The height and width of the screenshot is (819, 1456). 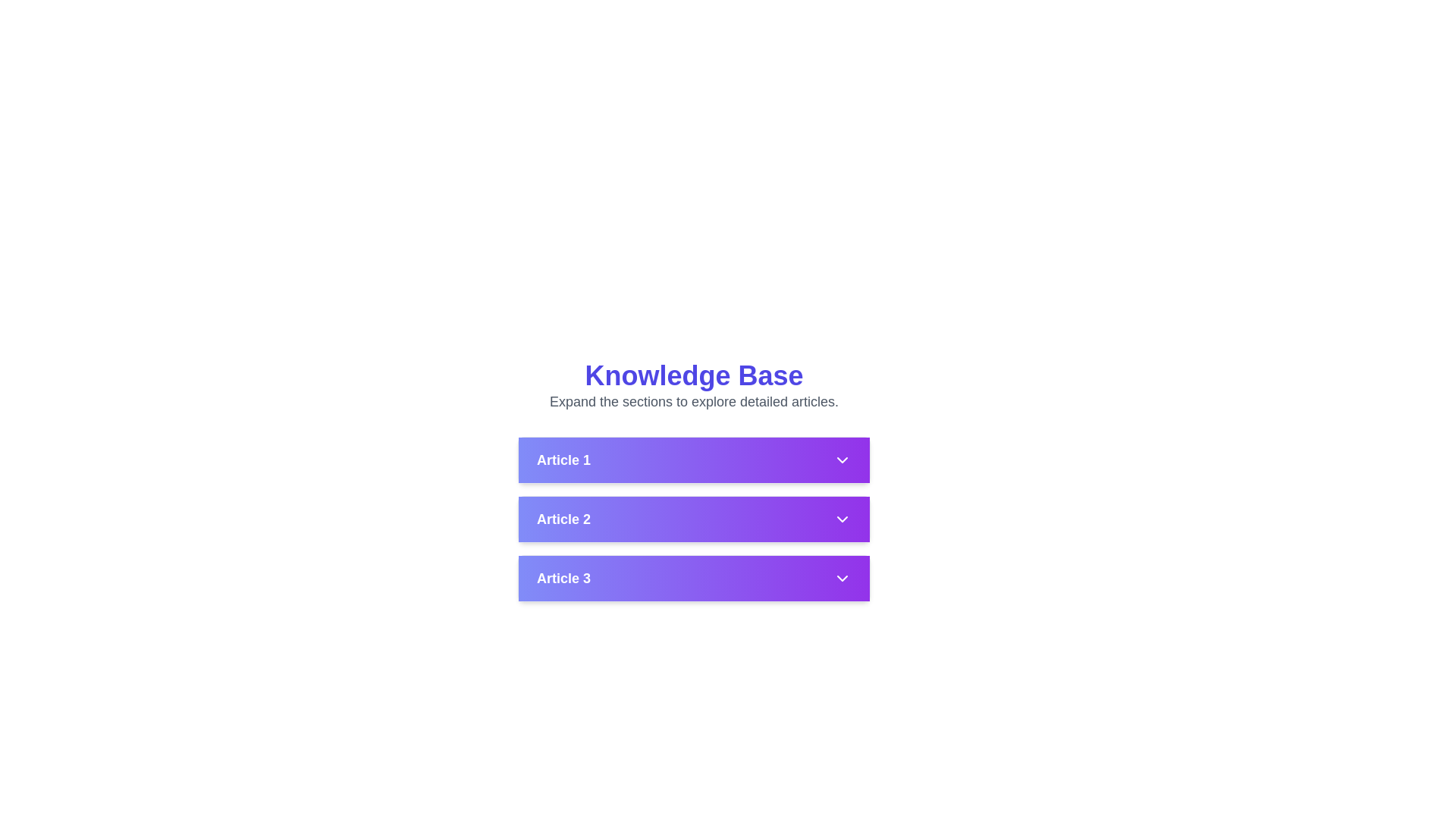 I want to click on the SVG icon representing a down arrow for 'Article 3' to trigger potential hover effects, so click(x=841, y=579).